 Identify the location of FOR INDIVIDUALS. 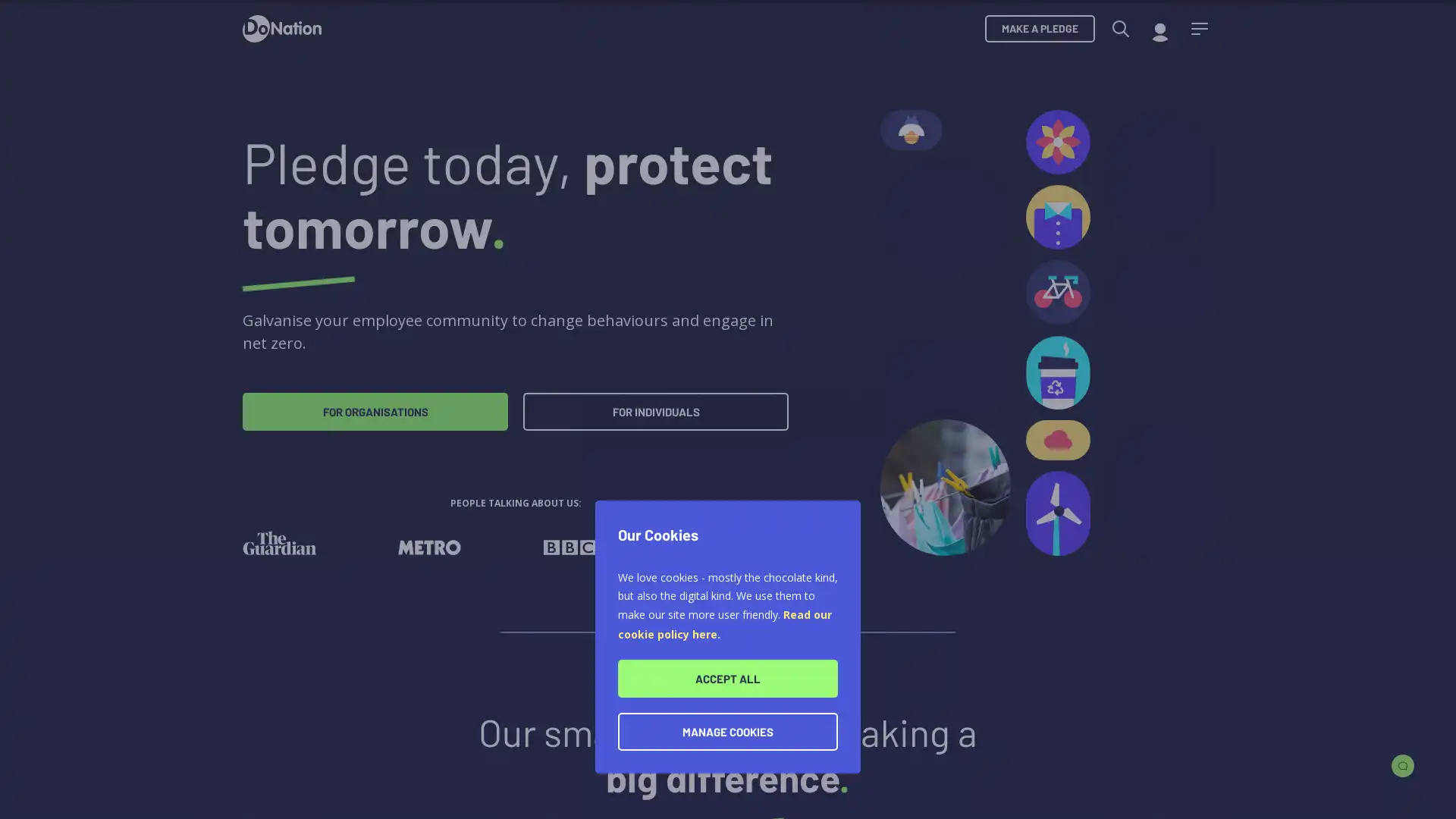
(655, 412).